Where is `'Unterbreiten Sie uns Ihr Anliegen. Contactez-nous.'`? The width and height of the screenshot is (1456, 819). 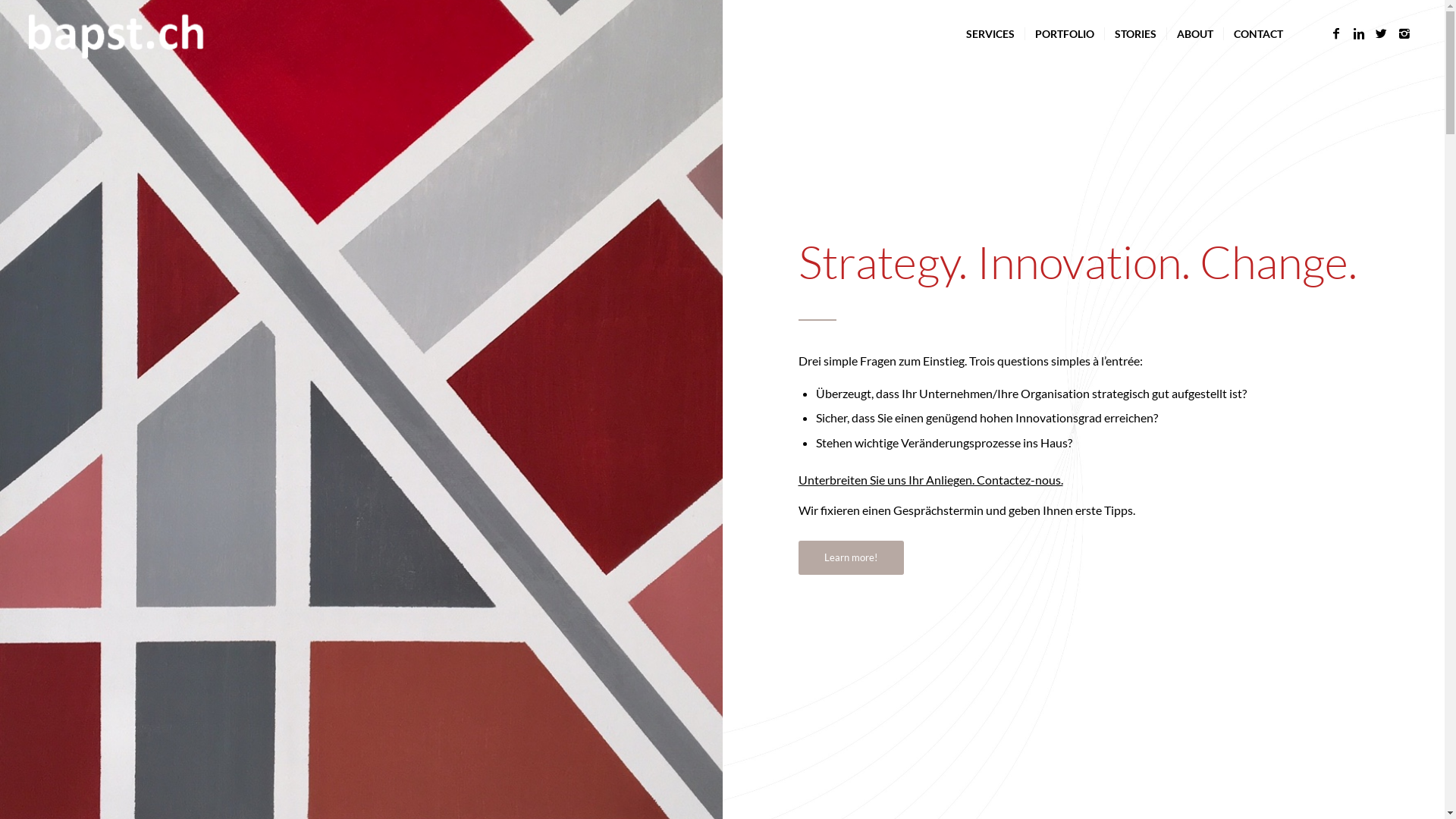
'Unterbreiten Sie uns Ihr Anliegen. Contactez-nous.' is located at coordinates (929, 479).